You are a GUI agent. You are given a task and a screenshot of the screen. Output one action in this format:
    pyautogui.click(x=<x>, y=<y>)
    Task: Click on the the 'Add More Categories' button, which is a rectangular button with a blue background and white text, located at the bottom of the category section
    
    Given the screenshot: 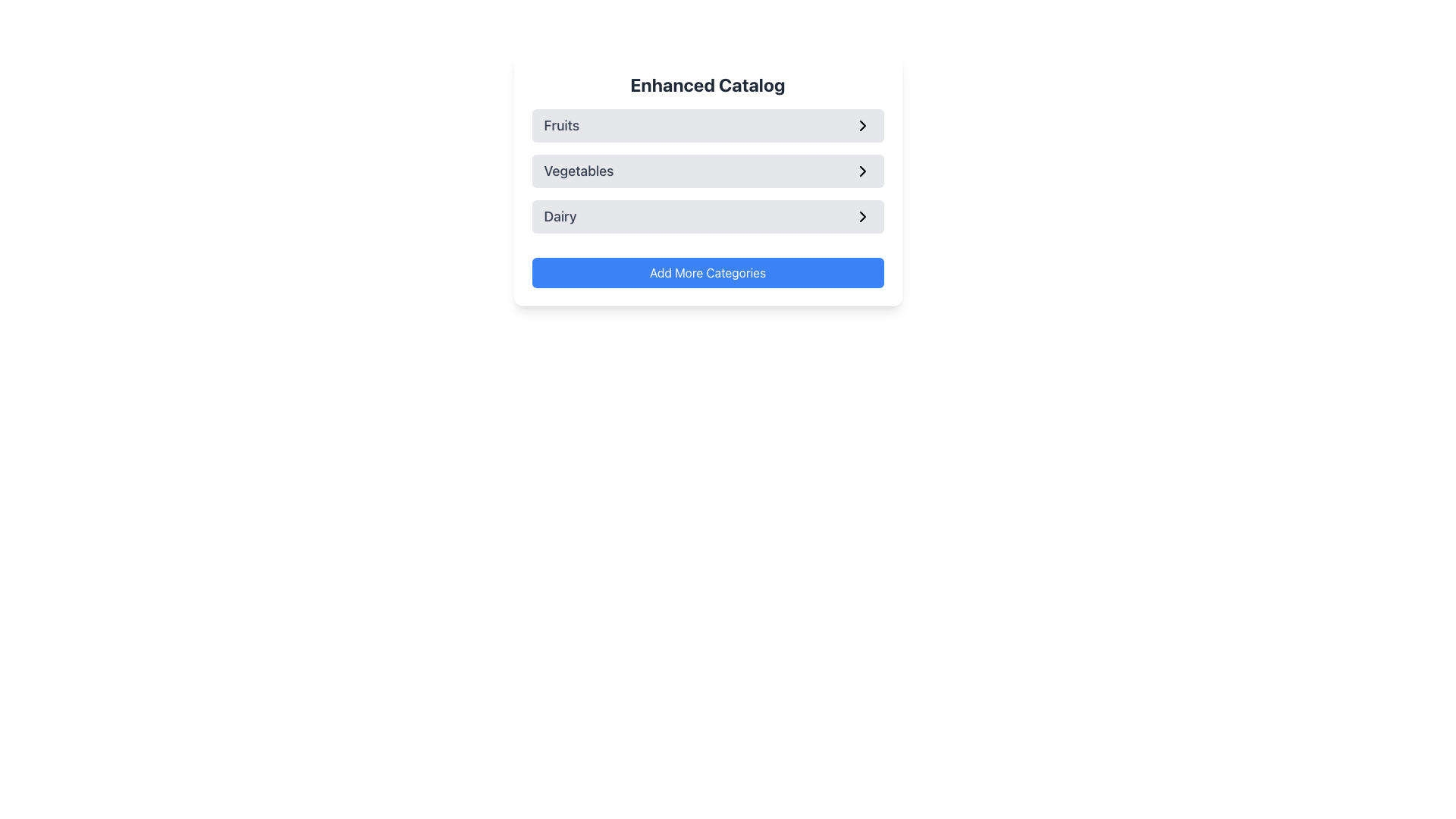 What is the action you would take?
    pyautogui.click(x=707, y=271)
    